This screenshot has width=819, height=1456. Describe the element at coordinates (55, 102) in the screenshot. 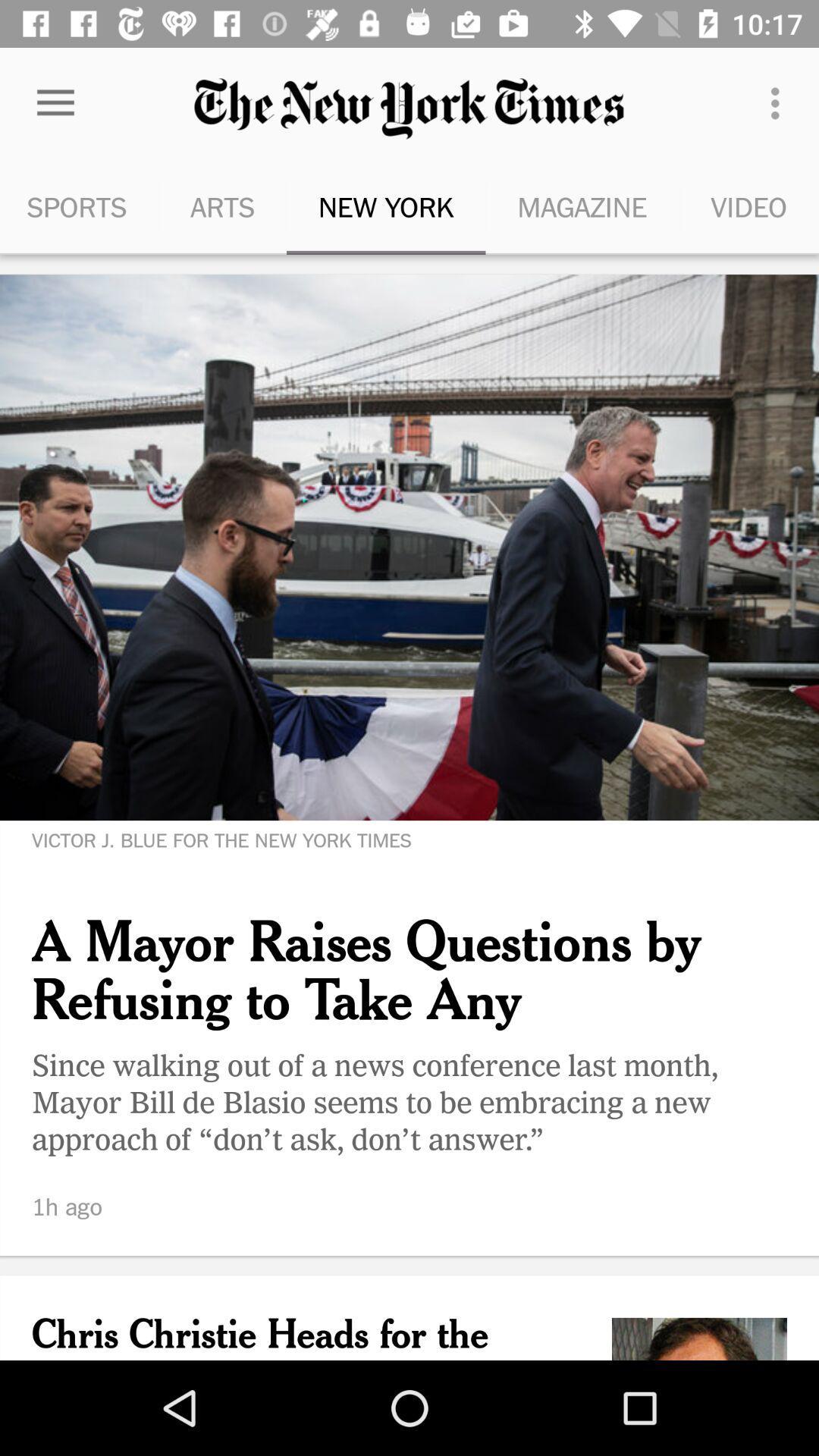

I see `item to the left of the arts` at that location.